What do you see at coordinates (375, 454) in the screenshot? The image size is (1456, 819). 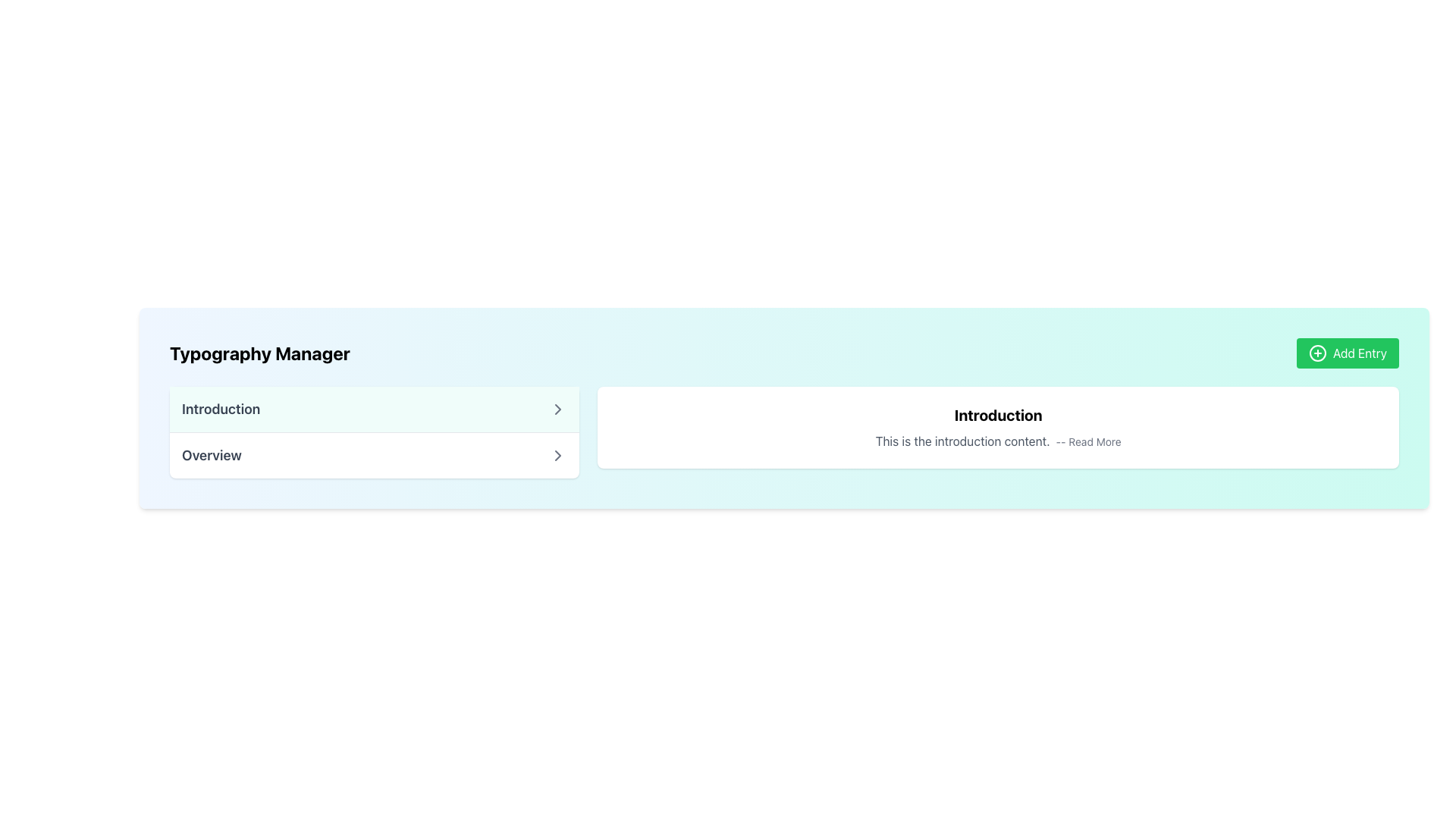 I see `the 'Overview' button located in the vertical list` at bounding box center [375, 454].